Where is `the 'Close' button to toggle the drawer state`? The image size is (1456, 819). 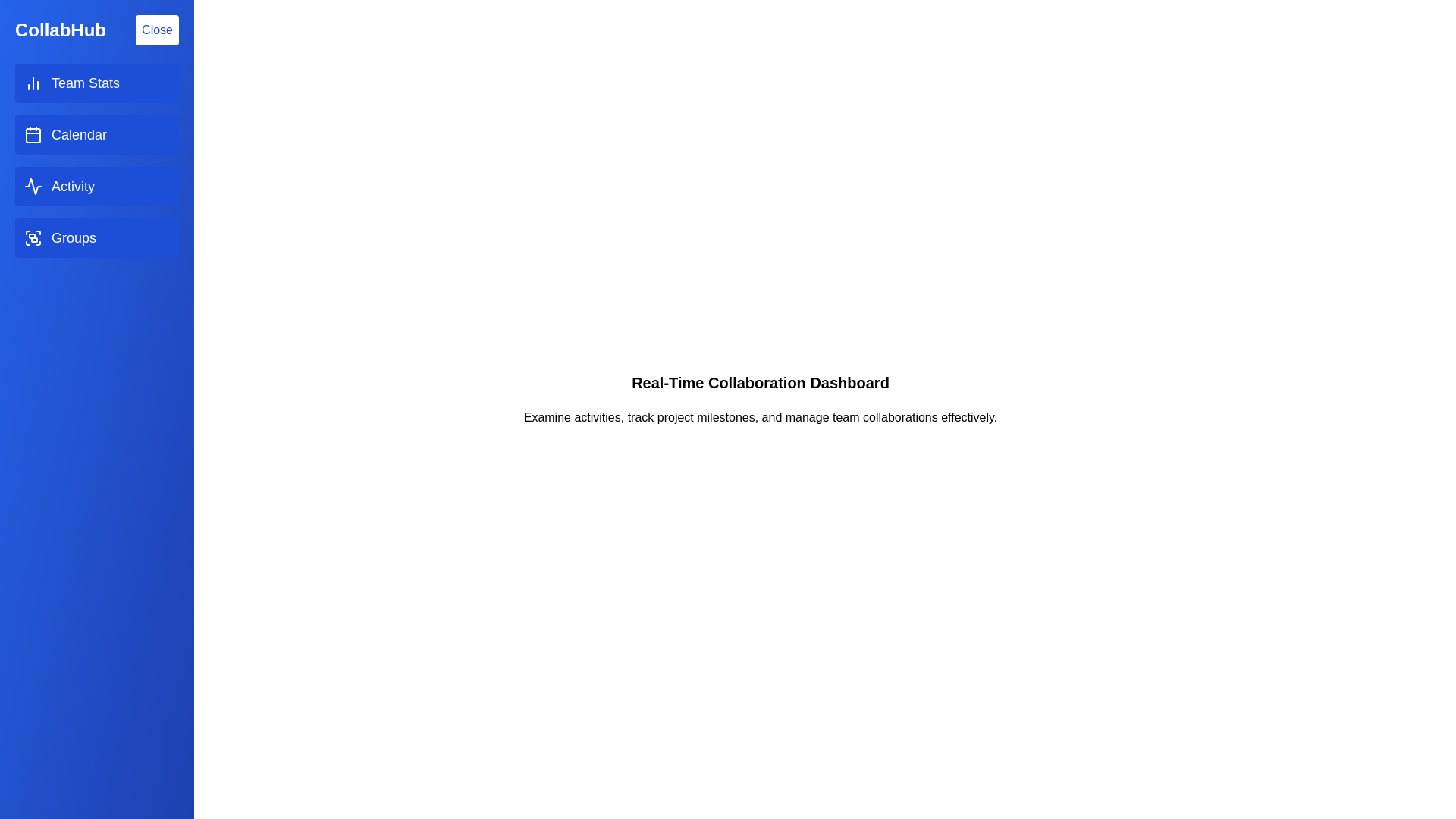
the 'Close' button to toggle the drawer state is located at coordinates (156, 30).